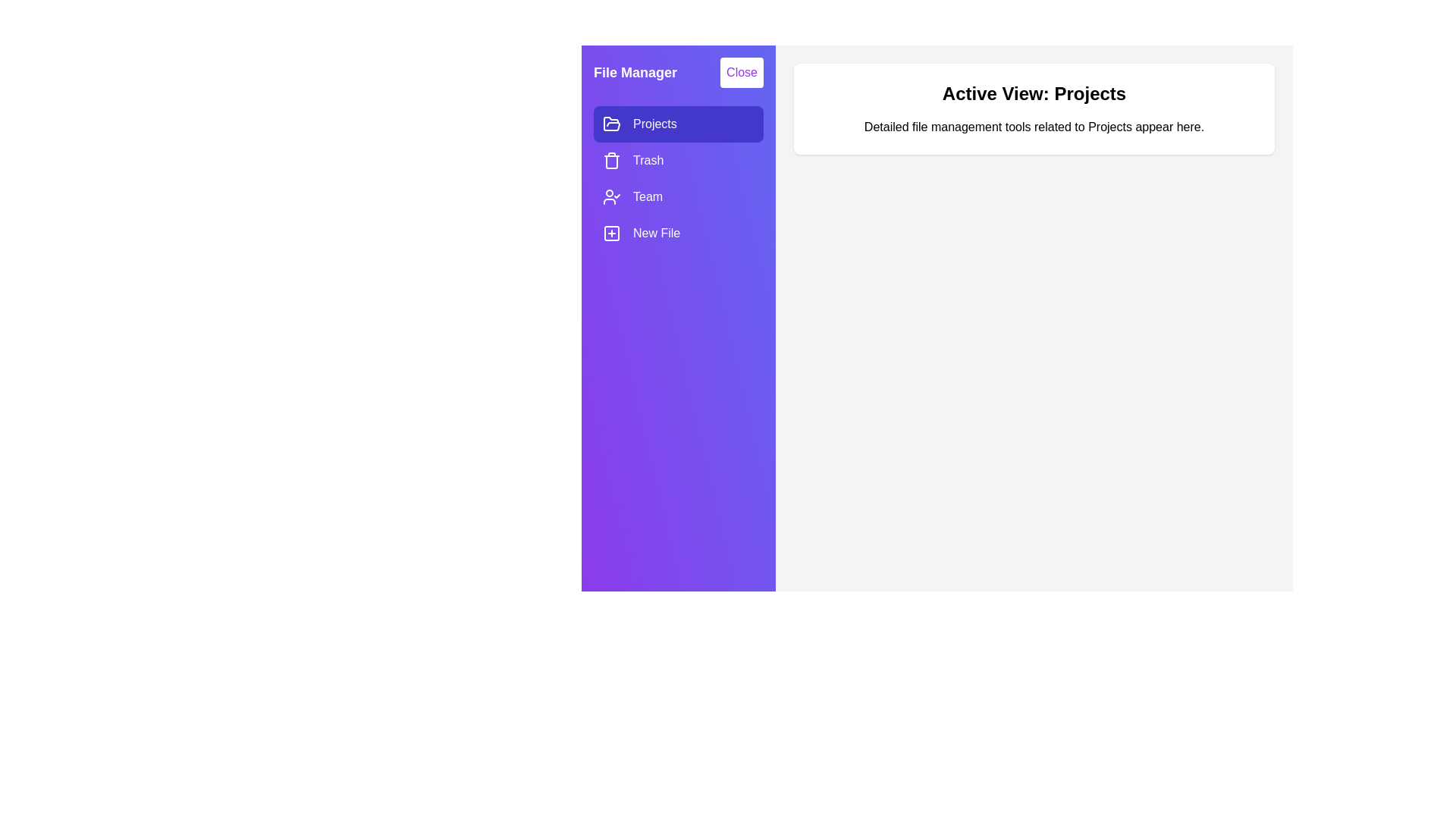  What do you see at coordinates (677, 161) in the screenshot?
I see `the drawer item Trash to observe its hover effect` at bounding box center [677, 161].